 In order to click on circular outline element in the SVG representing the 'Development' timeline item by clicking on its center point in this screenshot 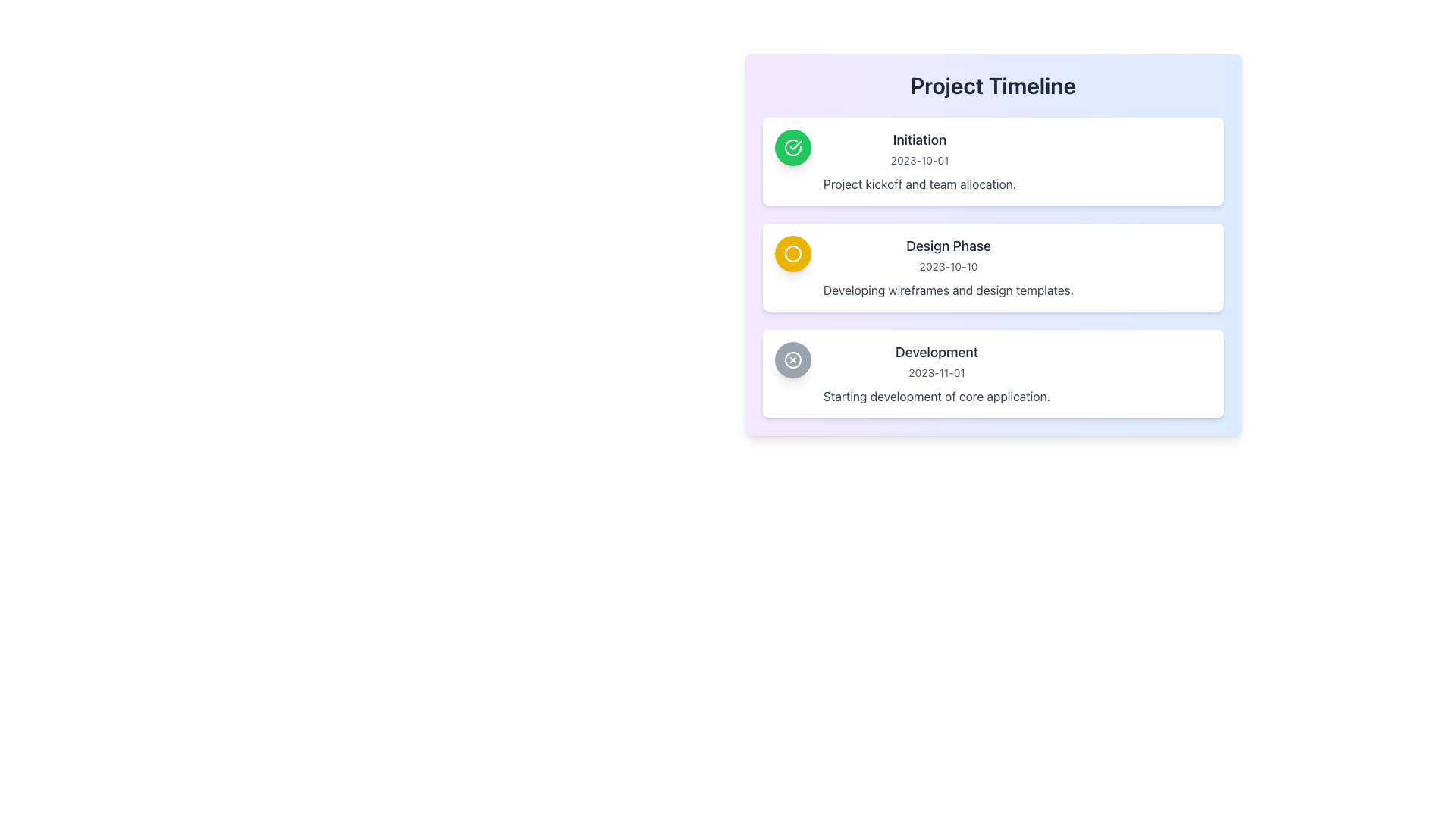, I will do `click(792, 359)`.